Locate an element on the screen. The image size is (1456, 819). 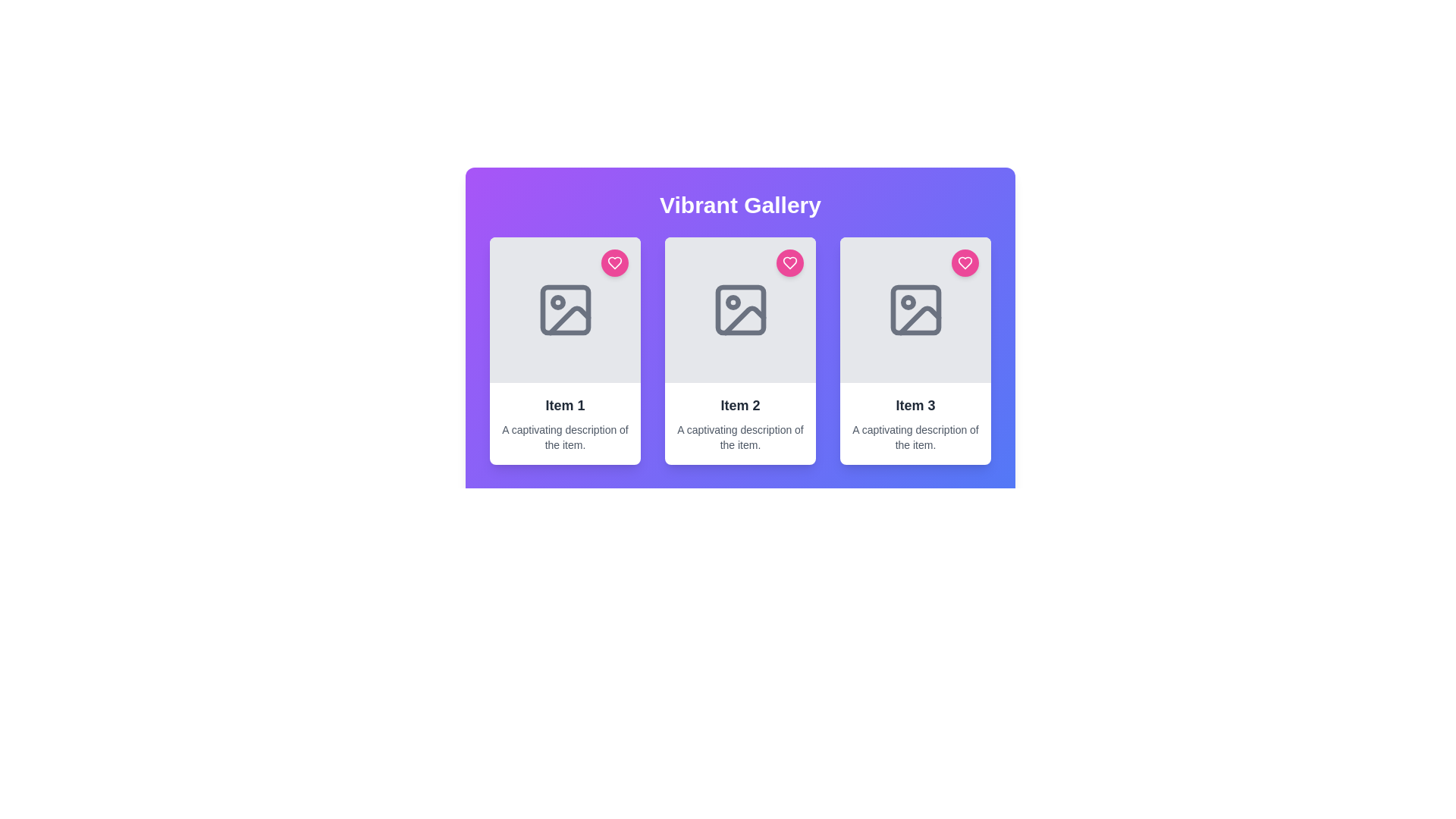
item details of the second card in the 'Vibrant Gallery' section, which contains the title 'Item 2' and the description 'A captivating description of the item.' is located at coordinates (740, 350).